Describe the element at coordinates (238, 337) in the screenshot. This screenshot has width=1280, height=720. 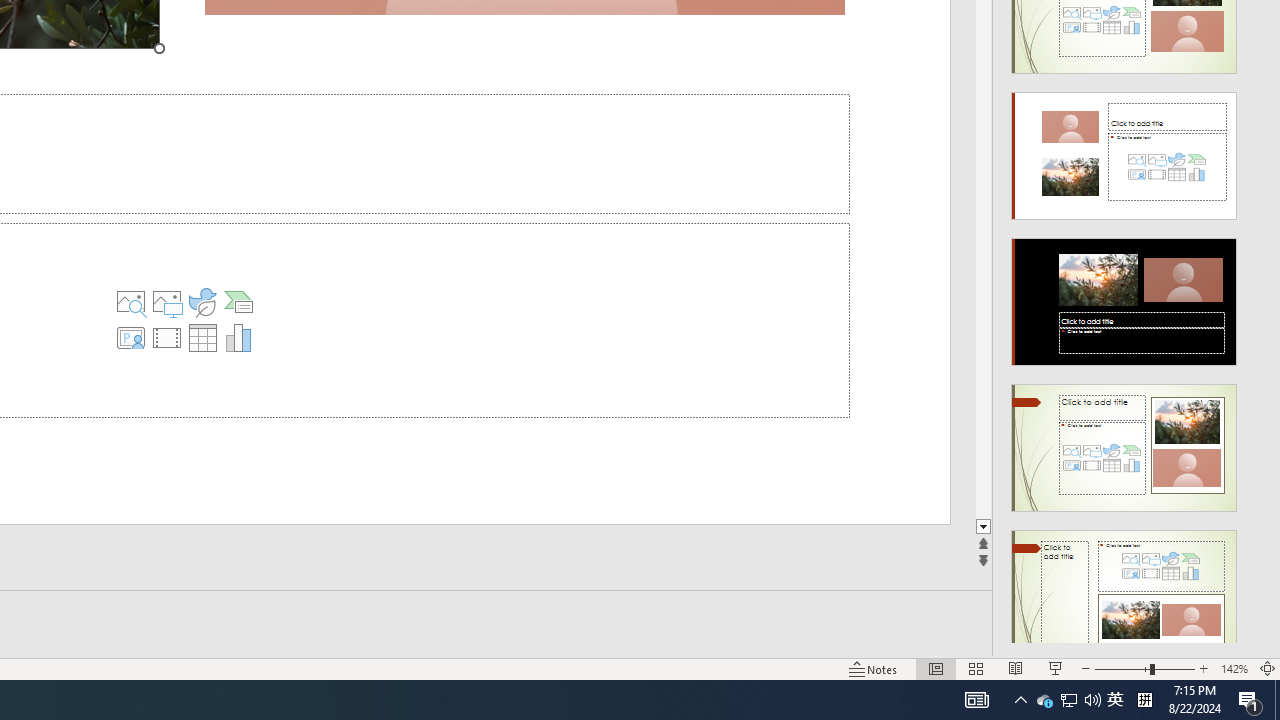
I see `'Insert Chart'` at that location.